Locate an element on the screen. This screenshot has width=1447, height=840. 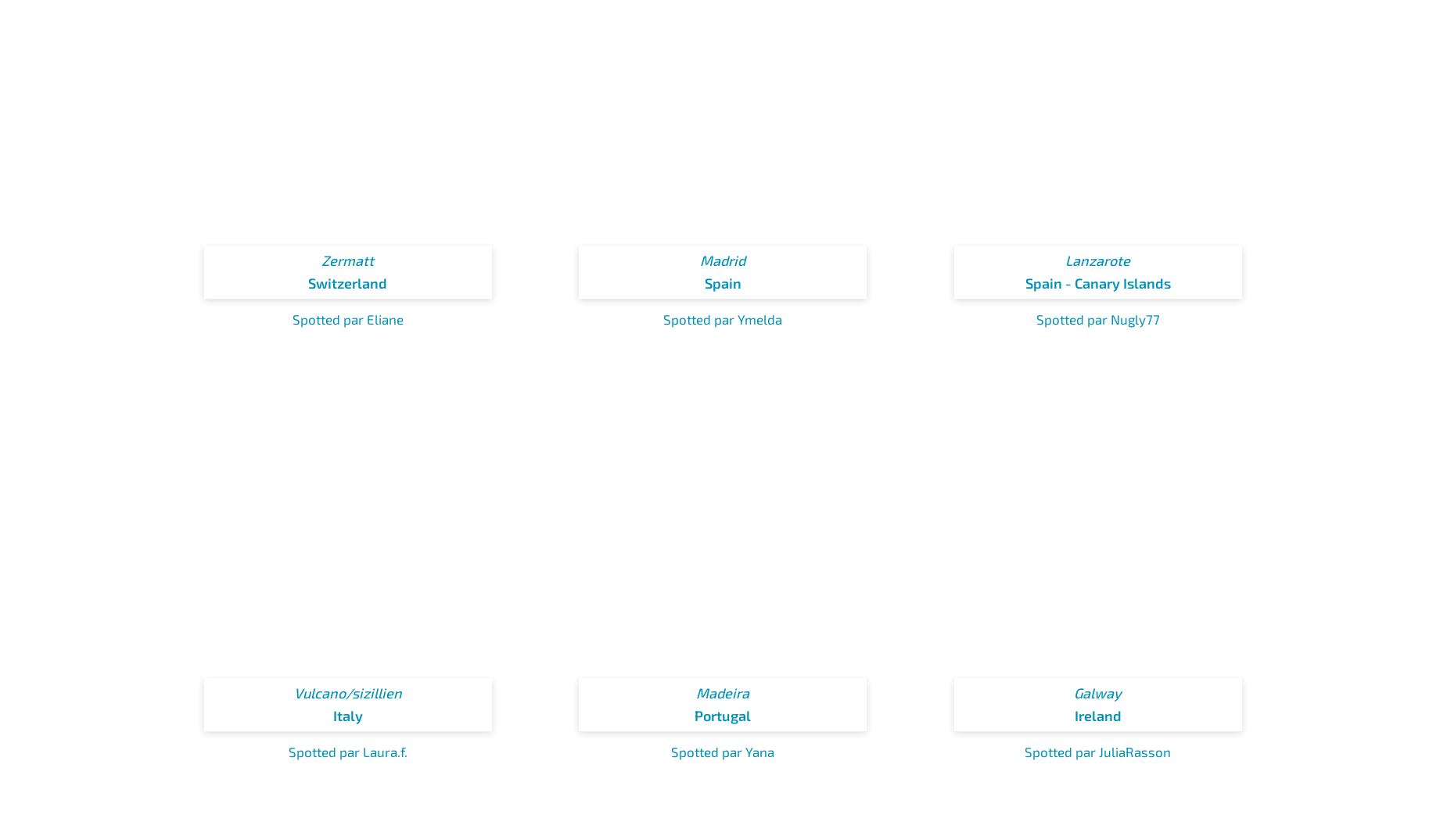
'Italy' is located at coordinates (331, 713).